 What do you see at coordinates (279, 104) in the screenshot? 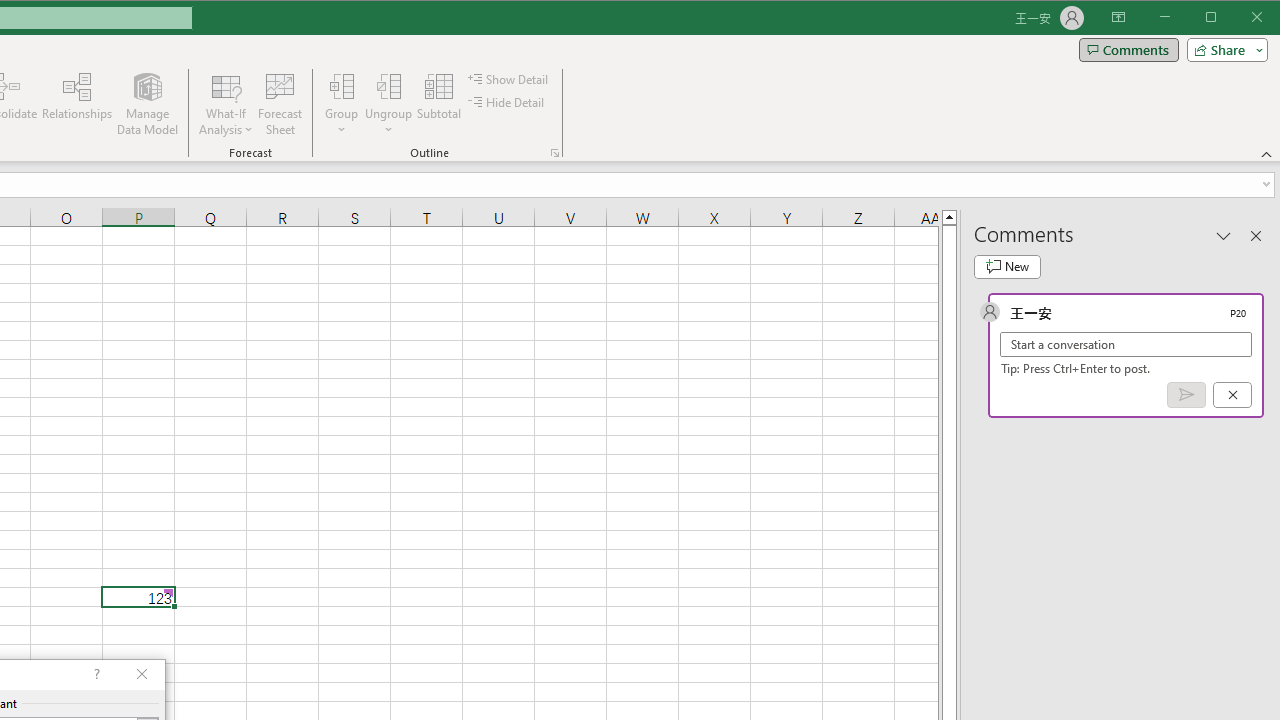
I see `'Forecast Sheet'` at bounding box center [279, 104].